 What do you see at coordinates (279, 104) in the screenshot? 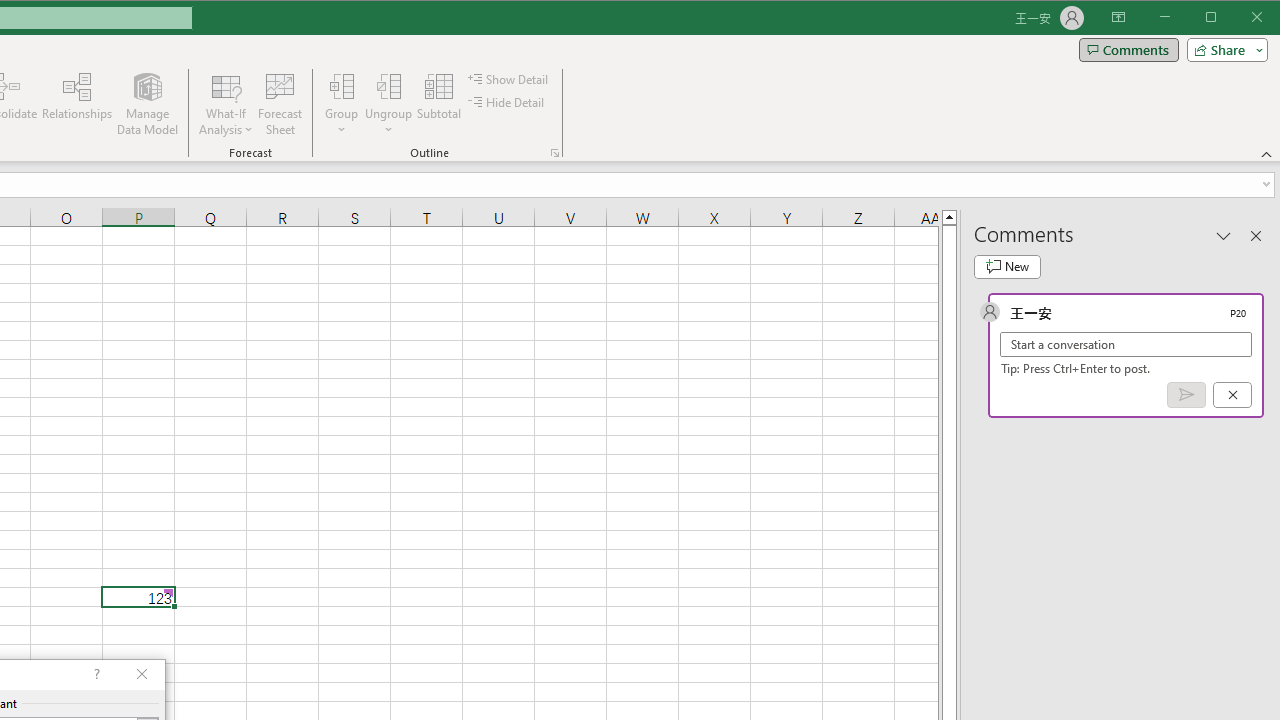
I see `'Forecast Sheet'` at bounding box center [279, 104].